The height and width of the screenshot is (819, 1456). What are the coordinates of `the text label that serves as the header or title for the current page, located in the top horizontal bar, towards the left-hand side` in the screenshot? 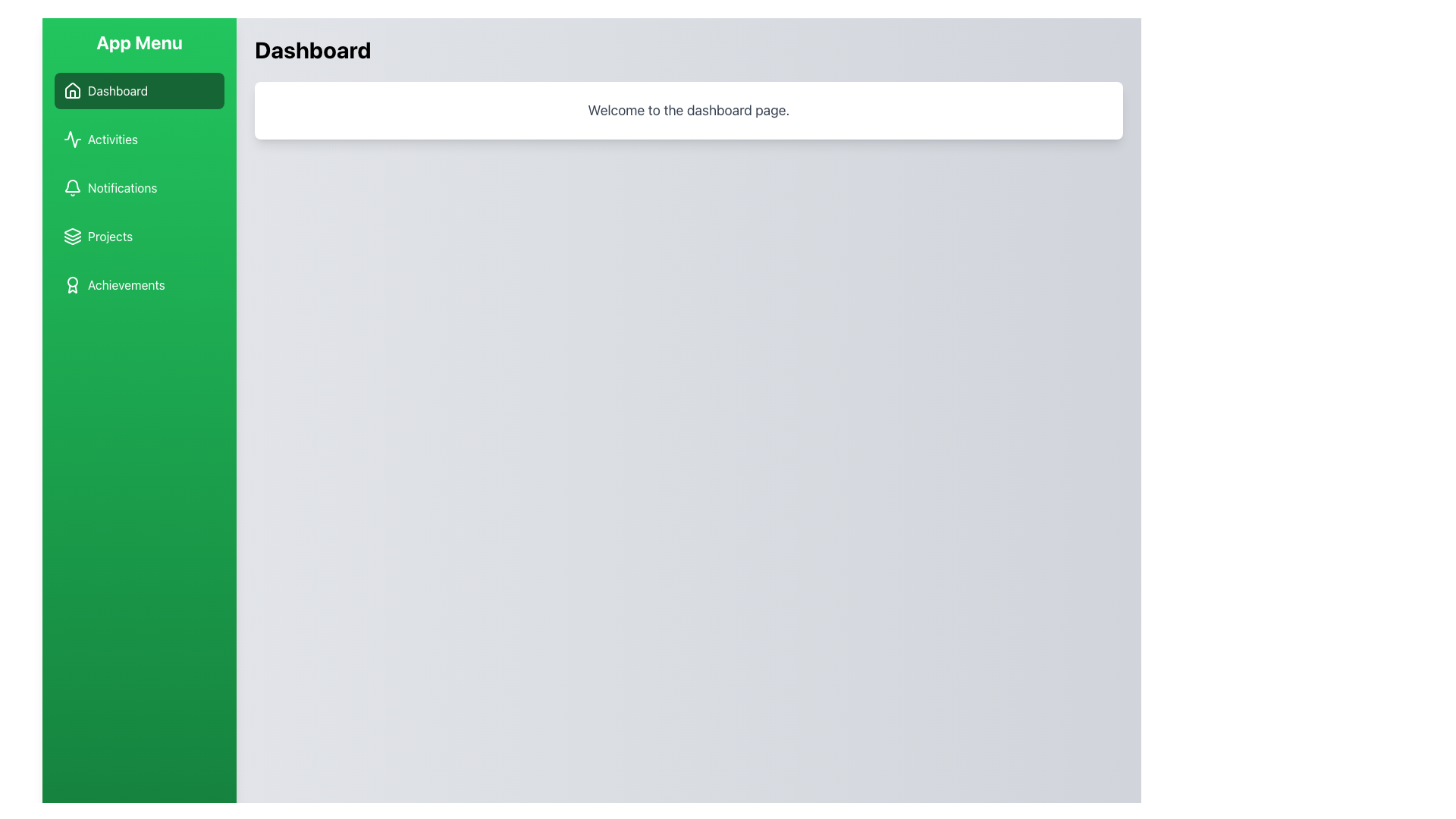 It's located at (312, 49).